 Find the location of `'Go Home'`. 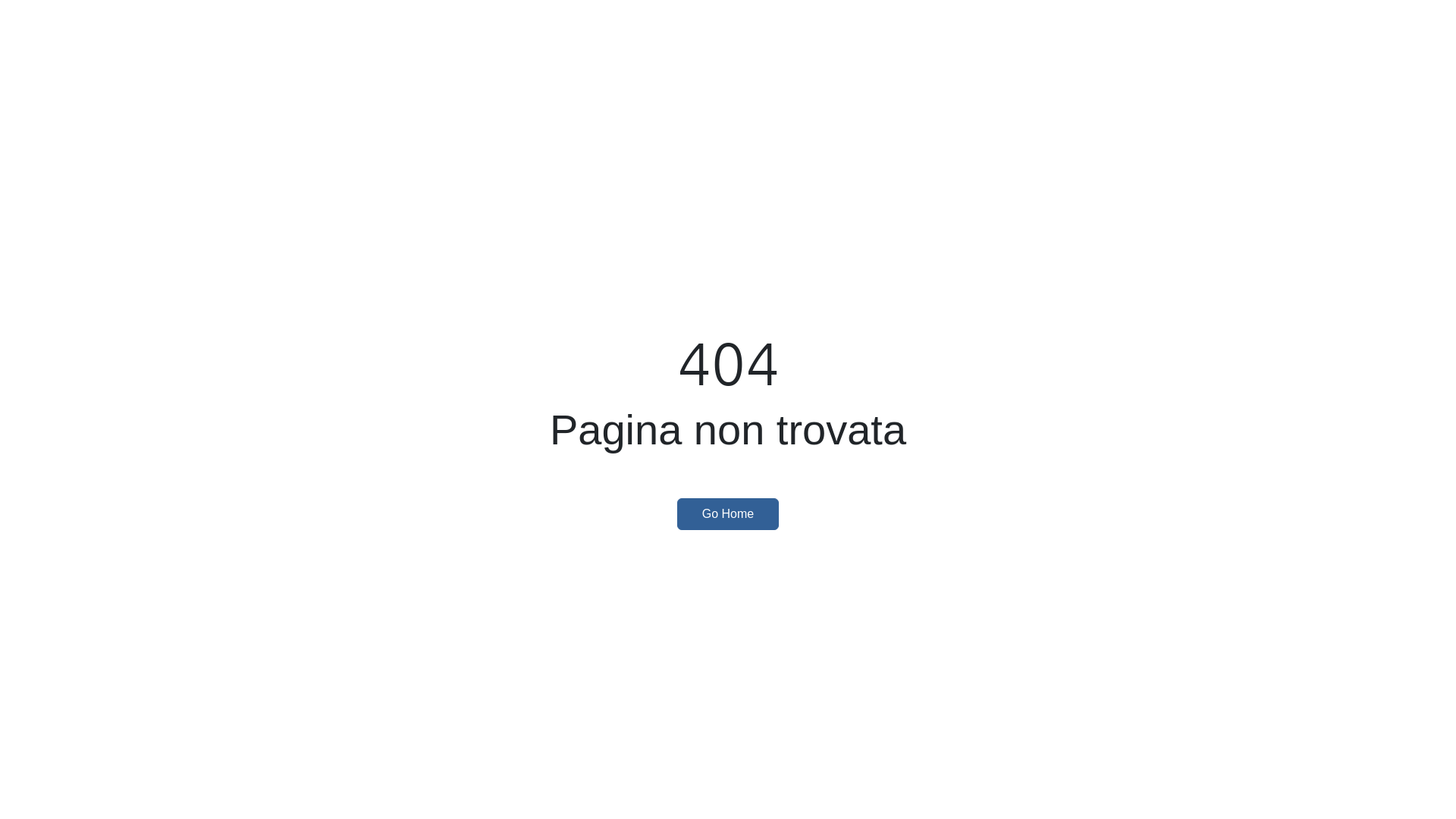

'Go Home' is located at coordinates (728, 513).